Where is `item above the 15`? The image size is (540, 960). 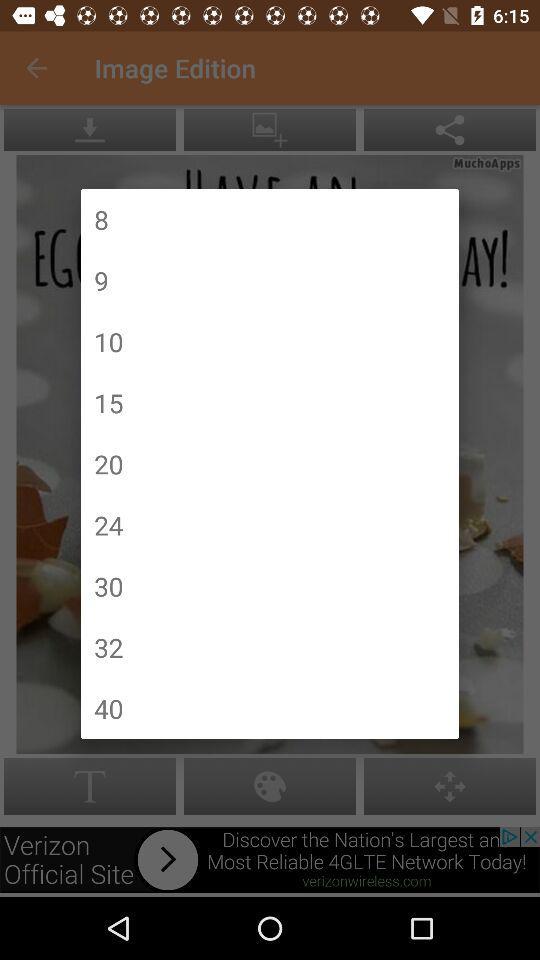 item above the 15 is located at coordinates (108, 341).